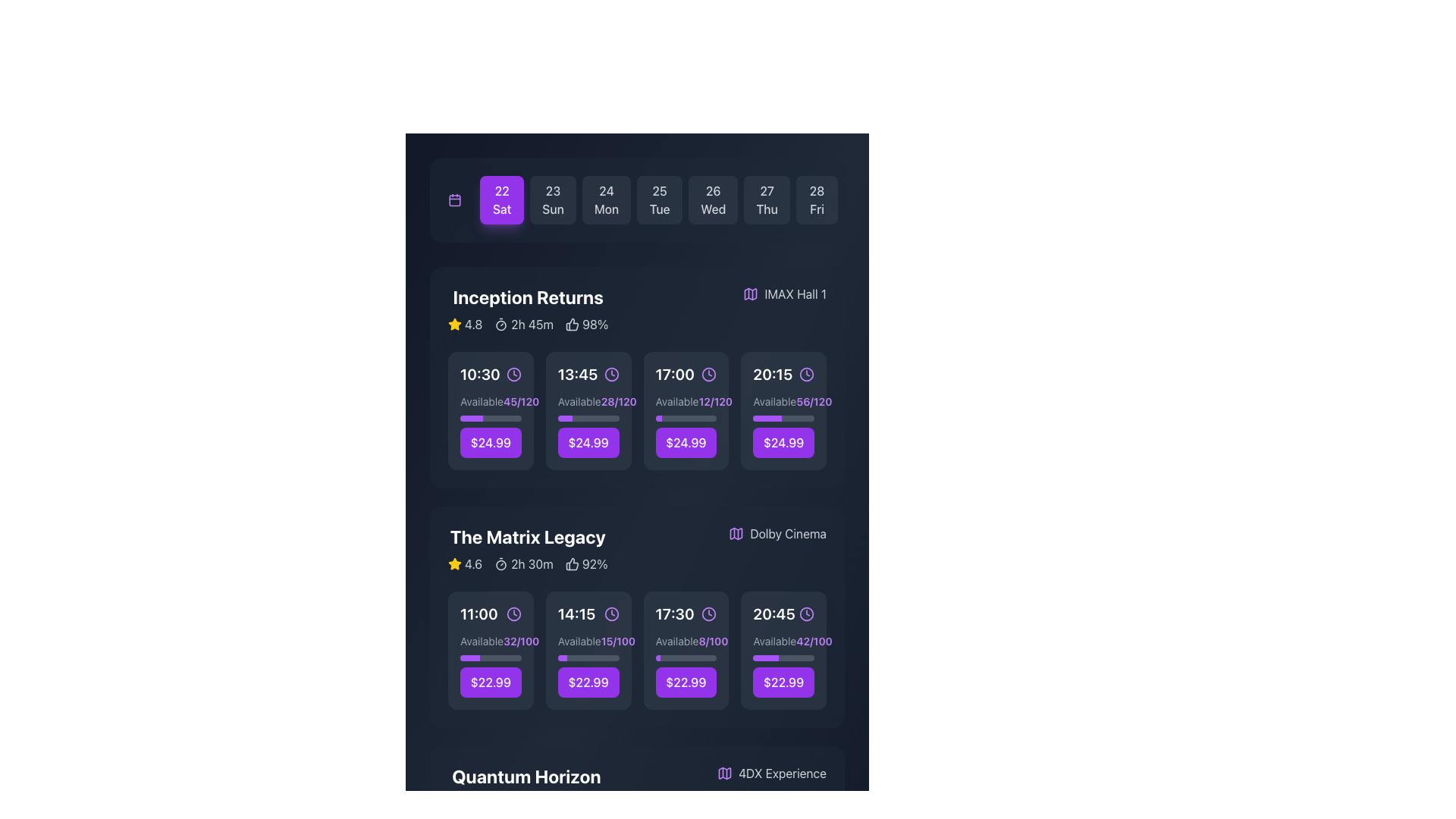  I want to click on the text label displaying the duration '2h 45m' located within the movie information panel for 'Inception Returns', positioned to the right of a small timer icon, so click(532, 324).